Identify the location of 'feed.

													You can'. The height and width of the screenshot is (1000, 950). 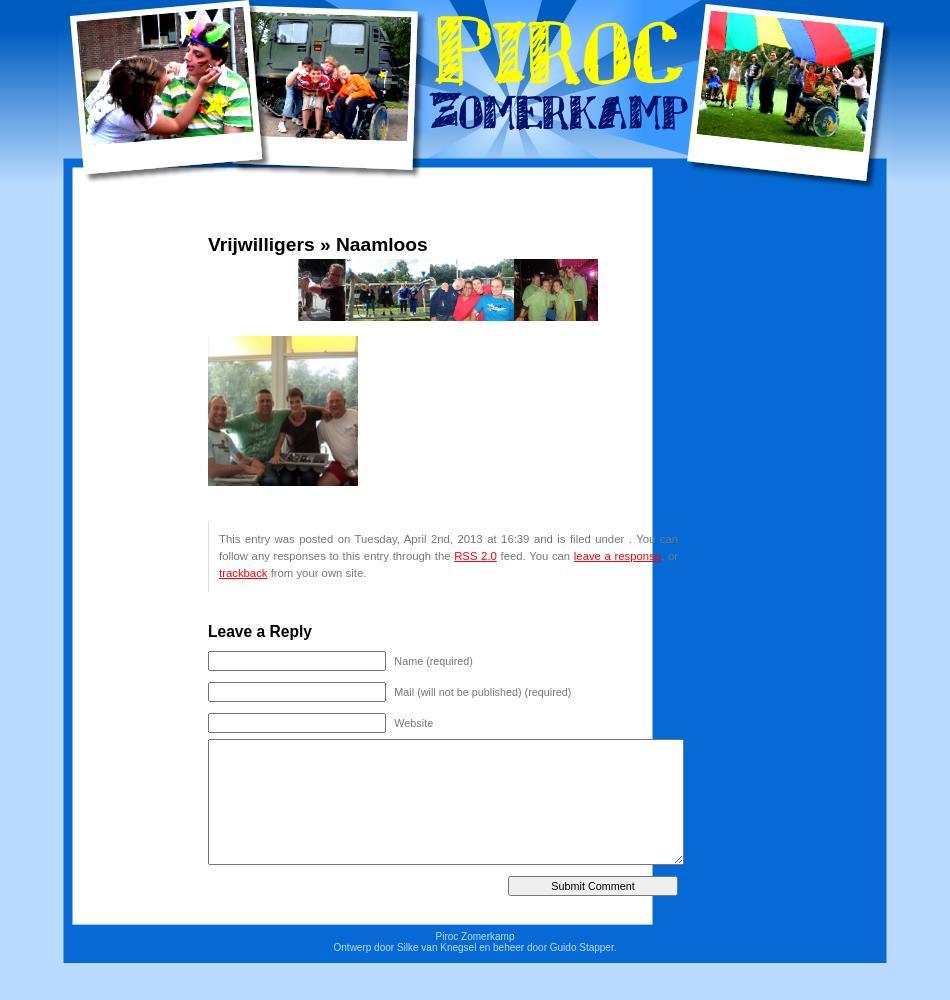
(534, 555).